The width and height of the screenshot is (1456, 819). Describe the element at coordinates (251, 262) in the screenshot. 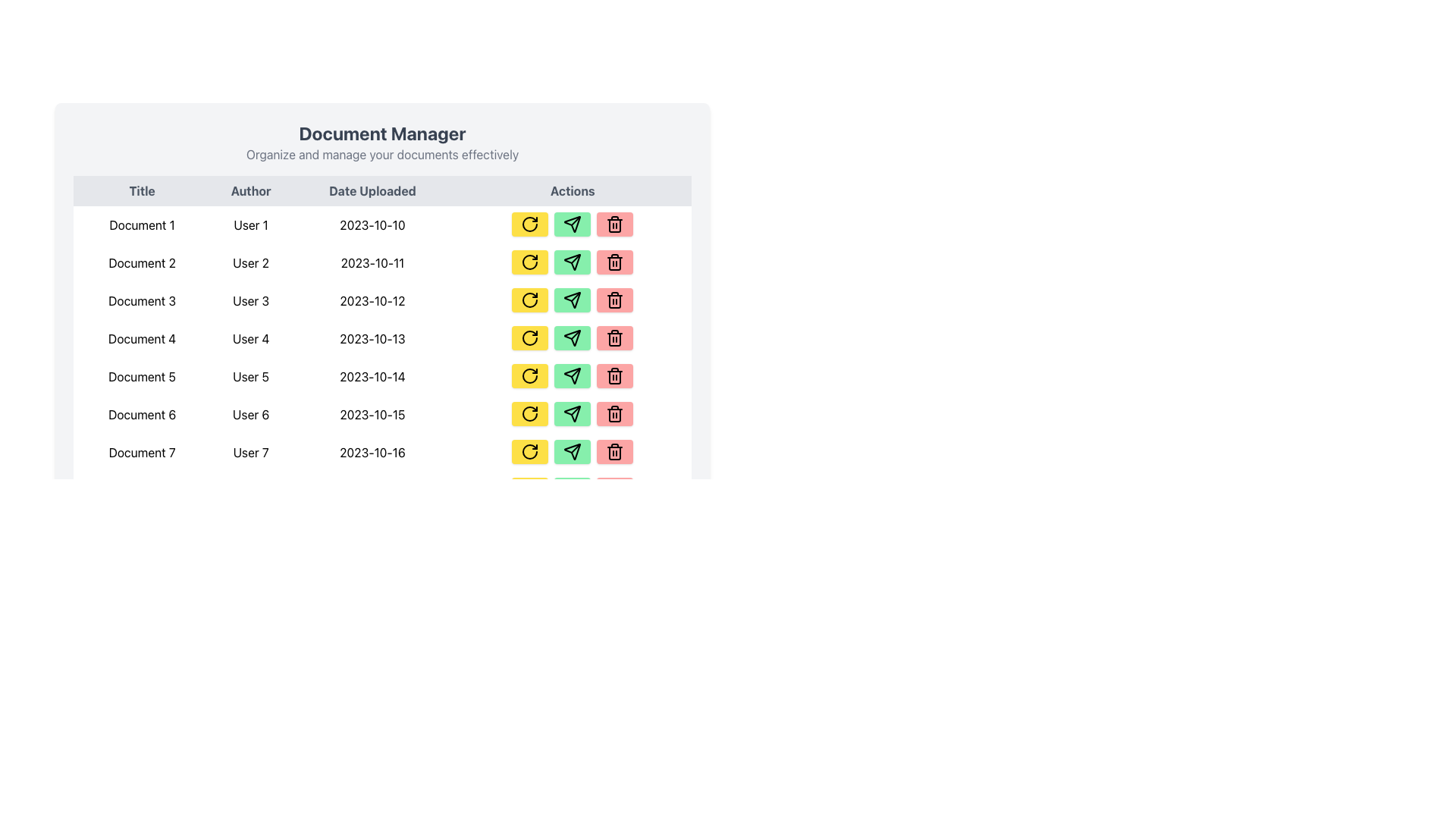

I see `the text display element showing 'User 2' in the second column of the row for 'Document 2'` at that location.